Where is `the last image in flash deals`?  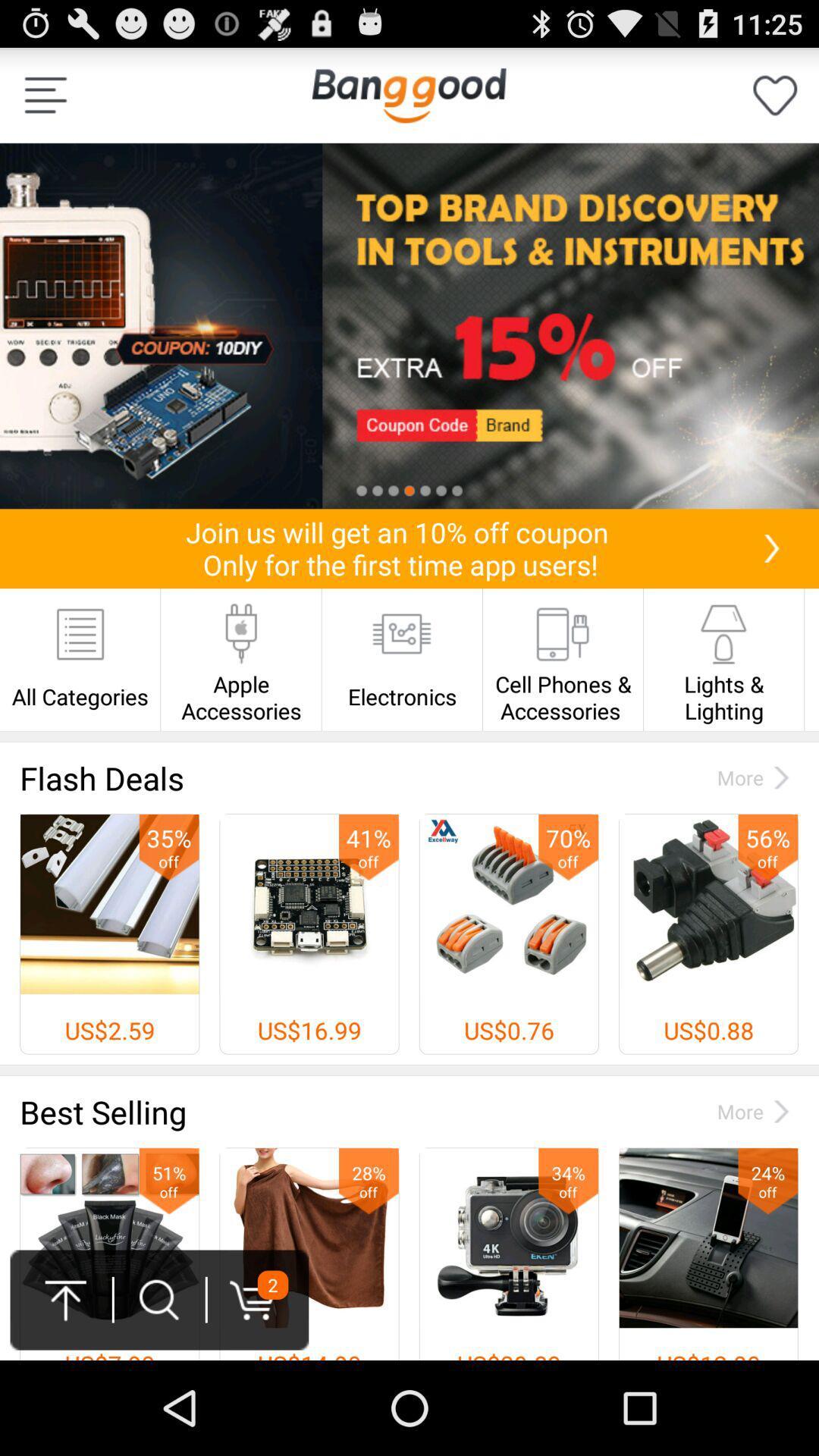
the last image in flash deals is located at coordinates (708, 904).